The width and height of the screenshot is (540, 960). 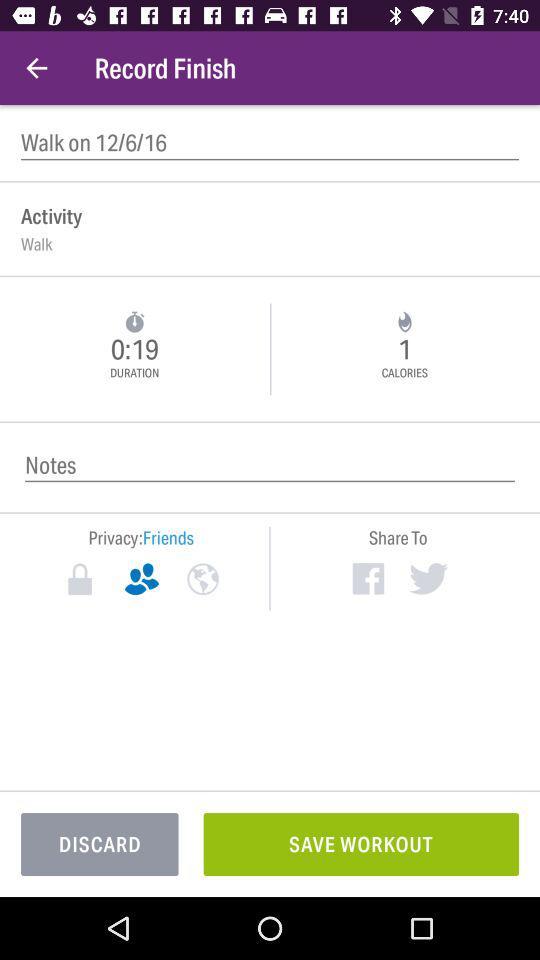 What do you see at coordinates (427, 578) in the screenshot?
I see `share on twitter` at bounding box center [427, 578].